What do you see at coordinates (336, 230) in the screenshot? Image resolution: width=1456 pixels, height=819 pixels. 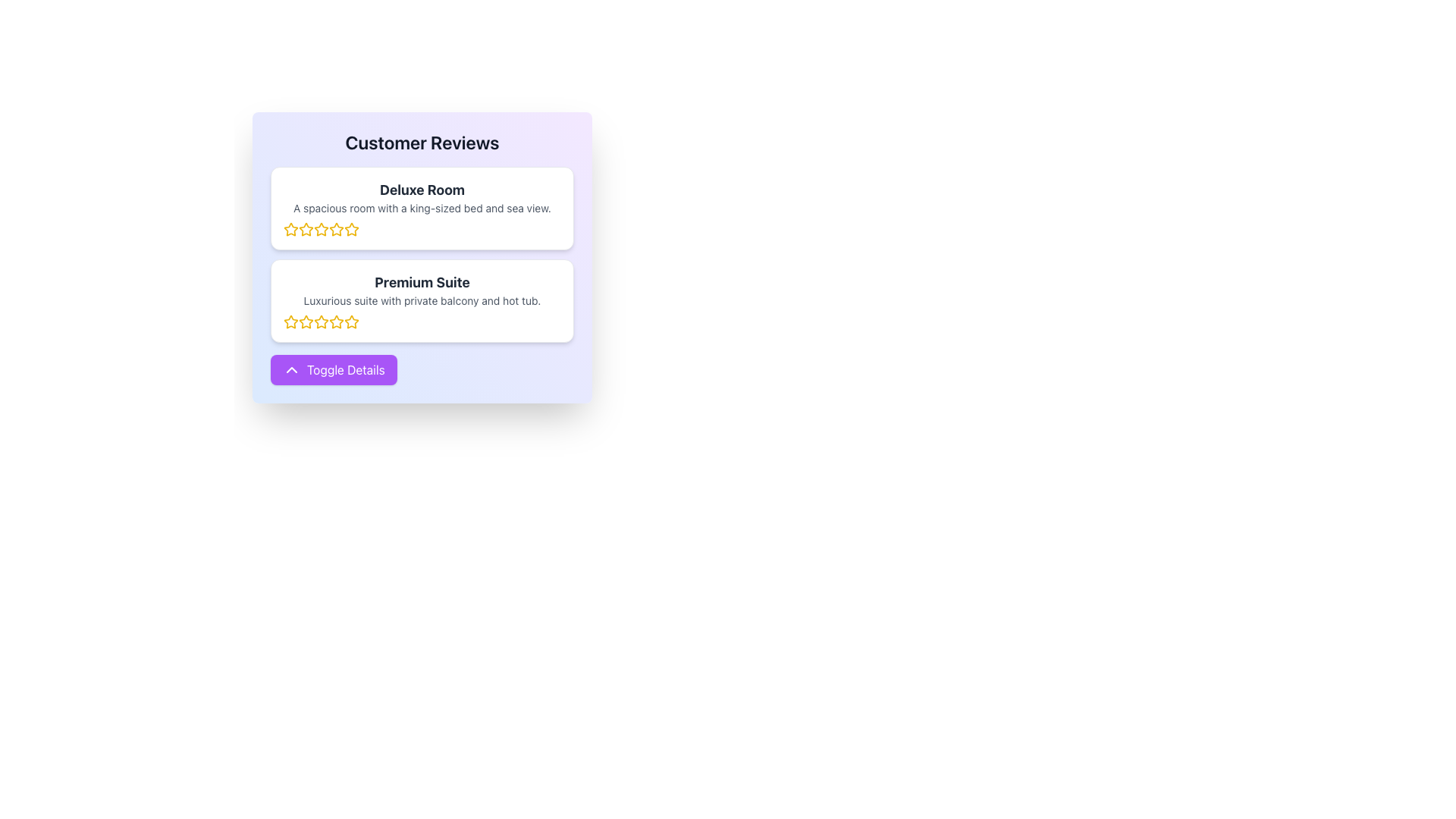 I see `the fifth star icon in yellow color within the review section of the 'Deluxe Room' to rate it` at bounding box center [336, 230].